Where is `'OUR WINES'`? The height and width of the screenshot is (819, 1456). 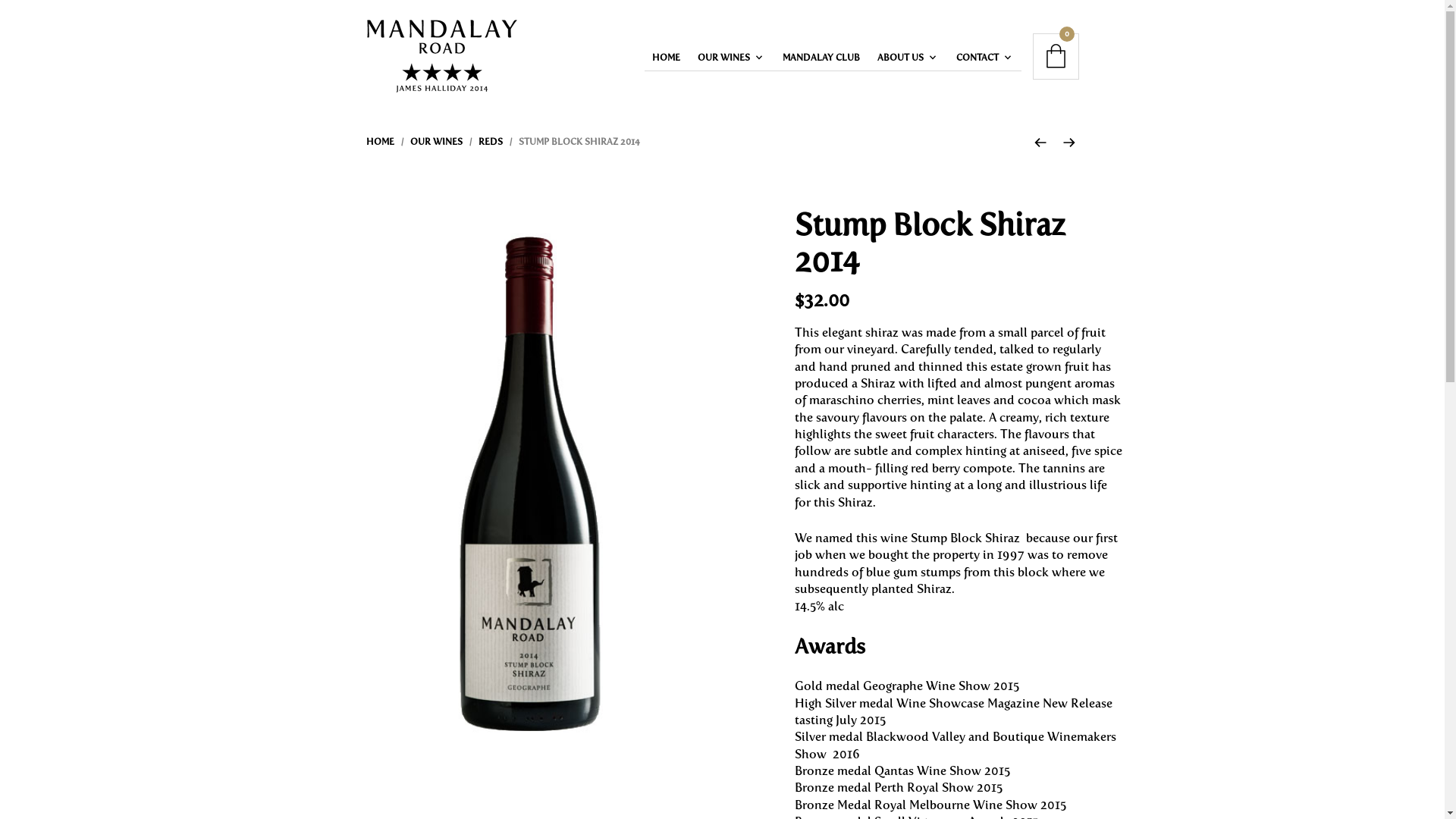
'OUR WINES' is located at coordinates (435, 141).